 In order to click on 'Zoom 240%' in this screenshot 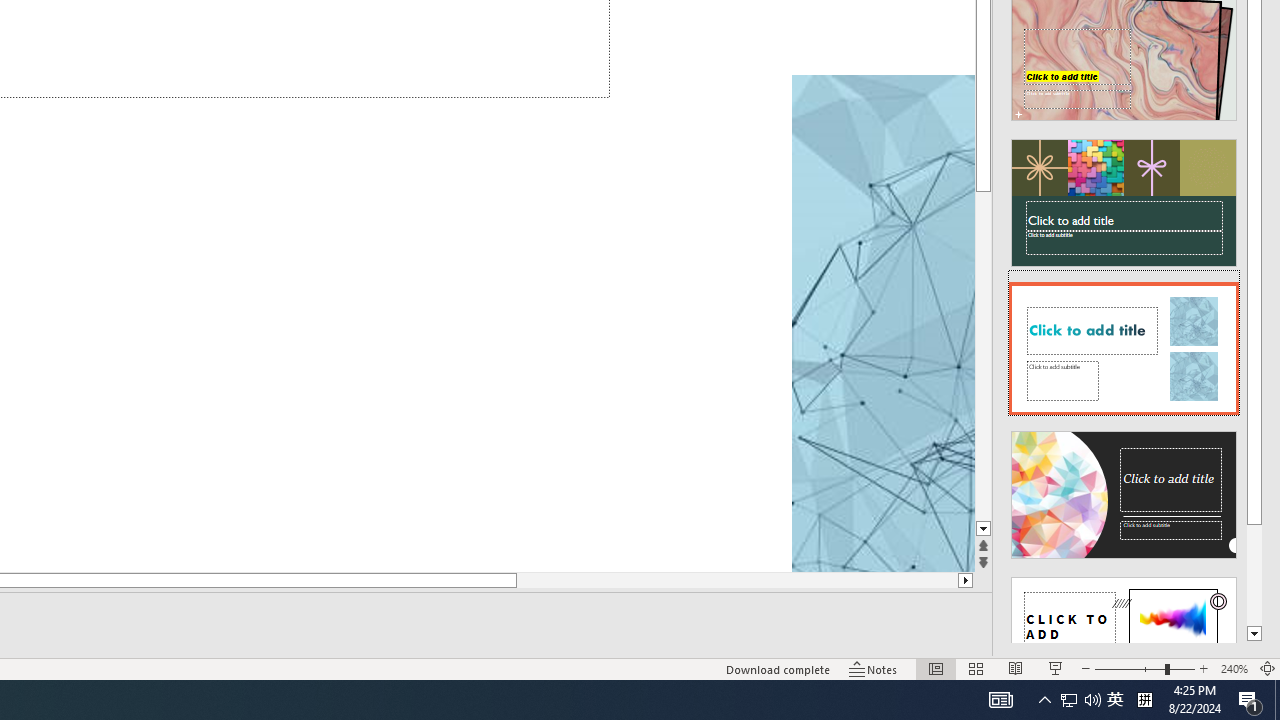, I will do `click(1233, 669)`.